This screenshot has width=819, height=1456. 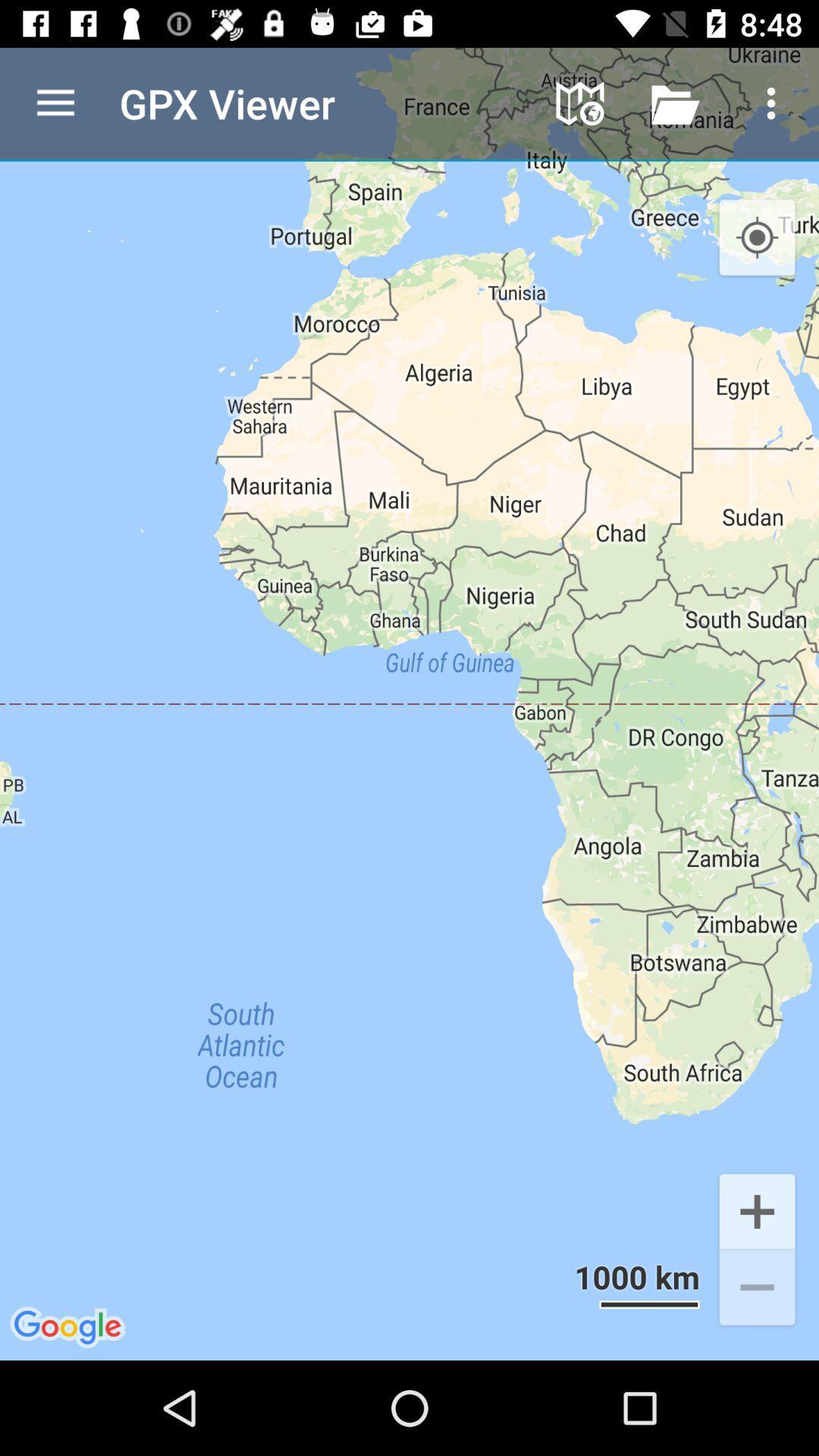 What do you see at coordinates (757, 1210) in the screenshot?
I see `the add icon` at bounding box center [757, 1210].